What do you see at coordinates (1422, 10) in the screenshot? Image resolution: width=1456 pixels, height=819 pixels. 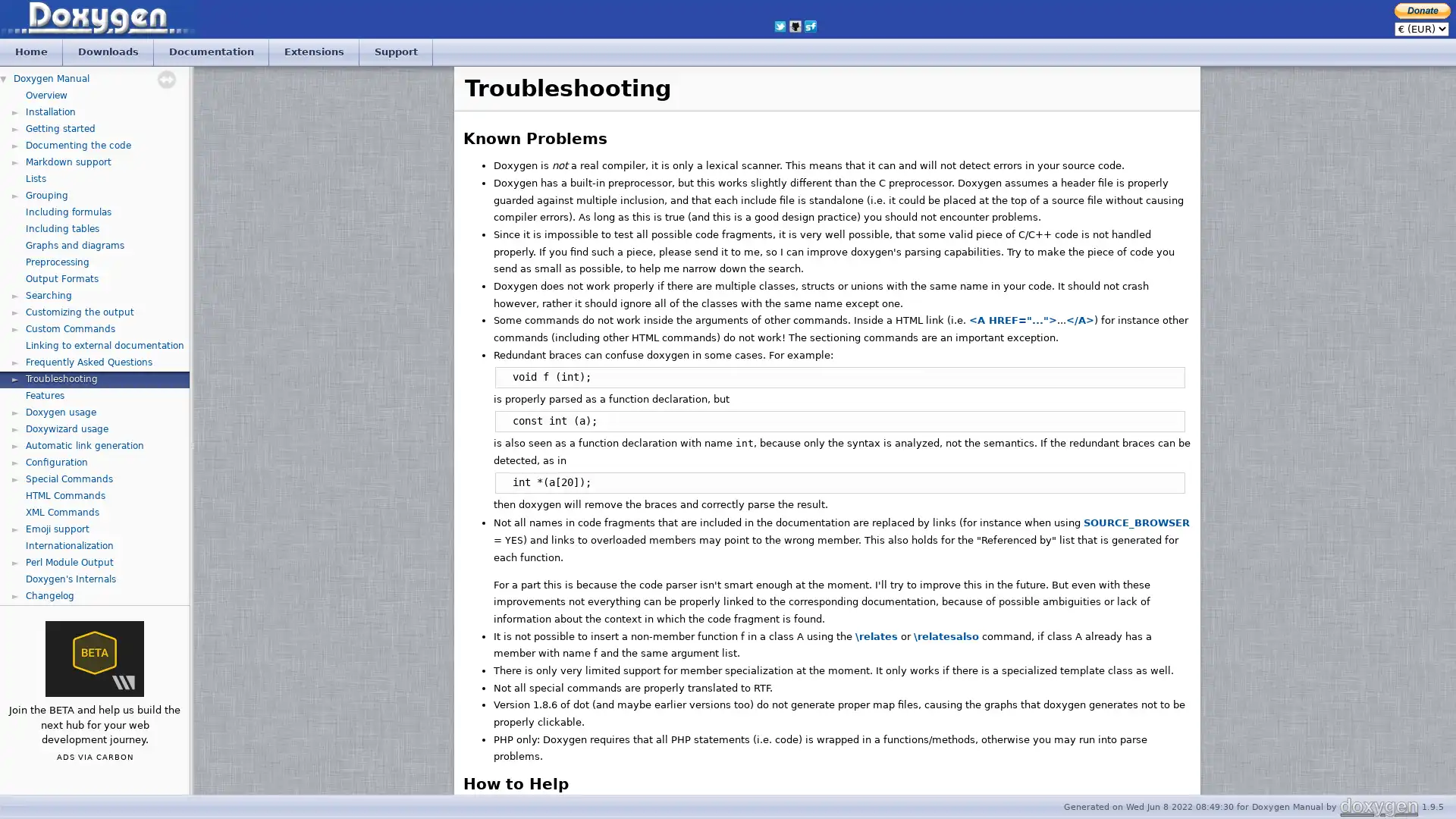 I see `Donate to Doxygen with PayPal!` at bounding box center [1422, 10].